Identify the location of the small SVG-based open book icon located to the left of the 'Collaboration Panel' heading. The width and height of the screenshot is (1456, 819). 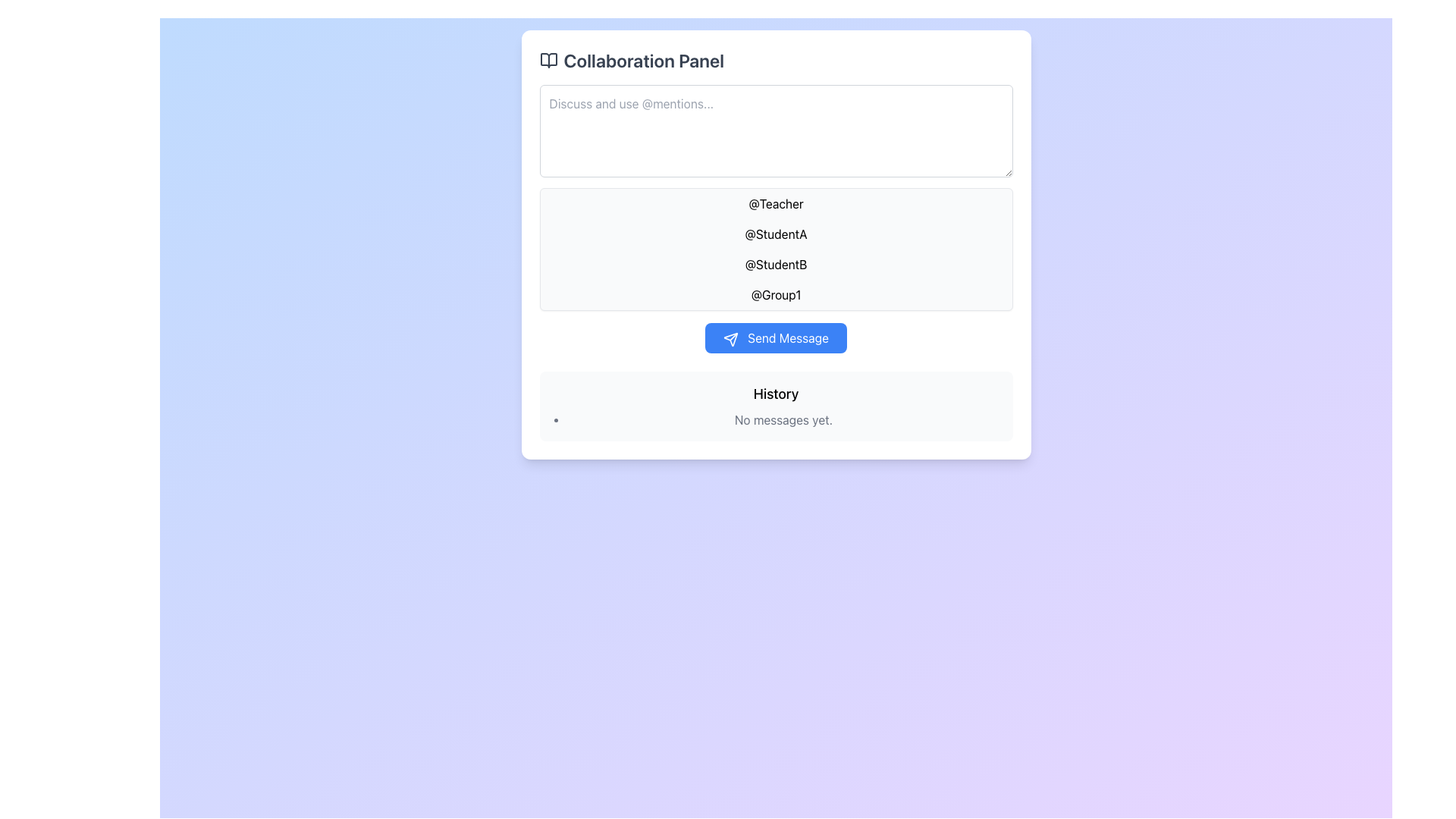
(548, 60).